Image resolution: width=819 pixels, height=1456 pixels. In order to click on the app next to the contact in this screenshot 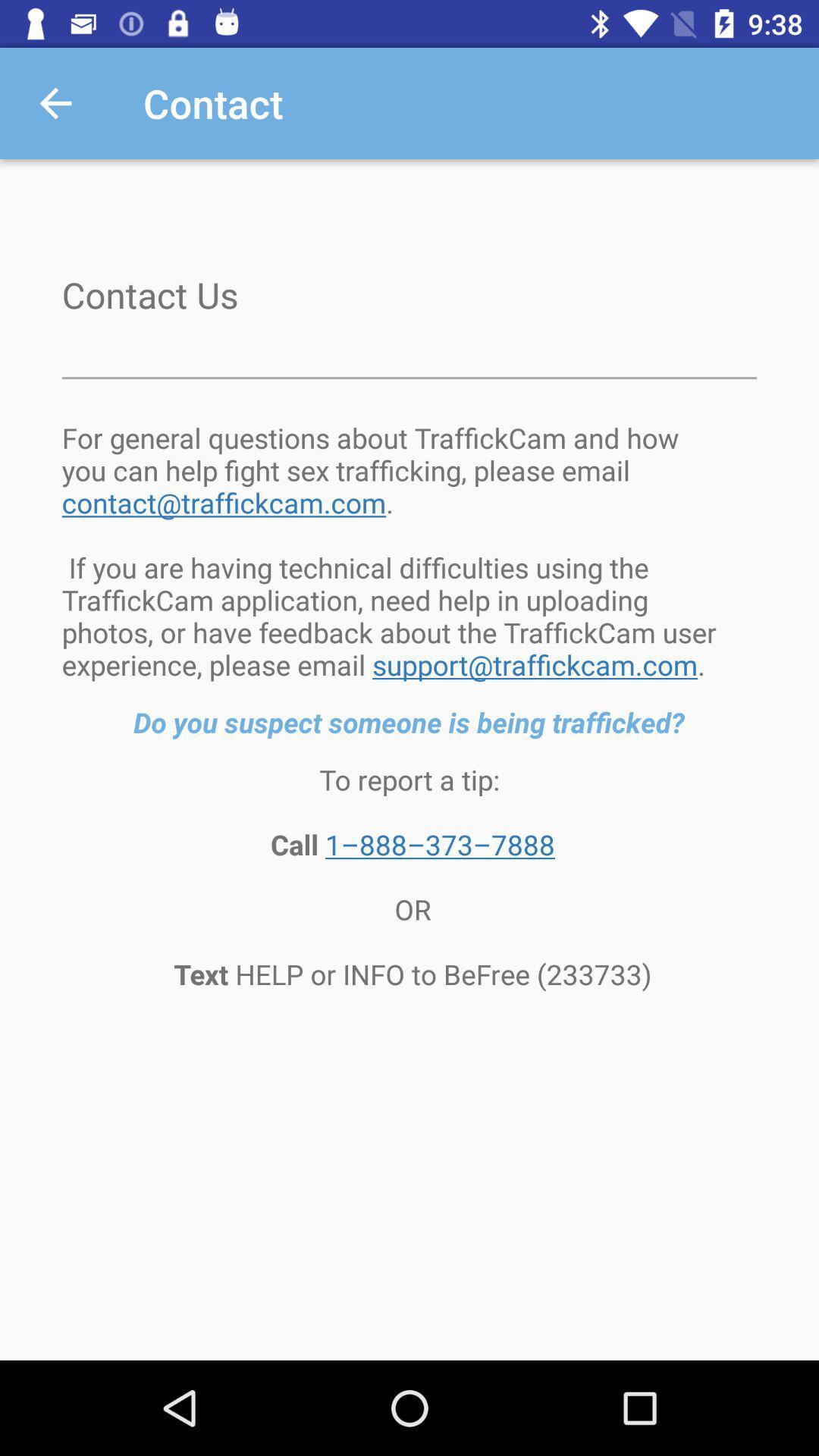, I will do `click(55, 102)`.